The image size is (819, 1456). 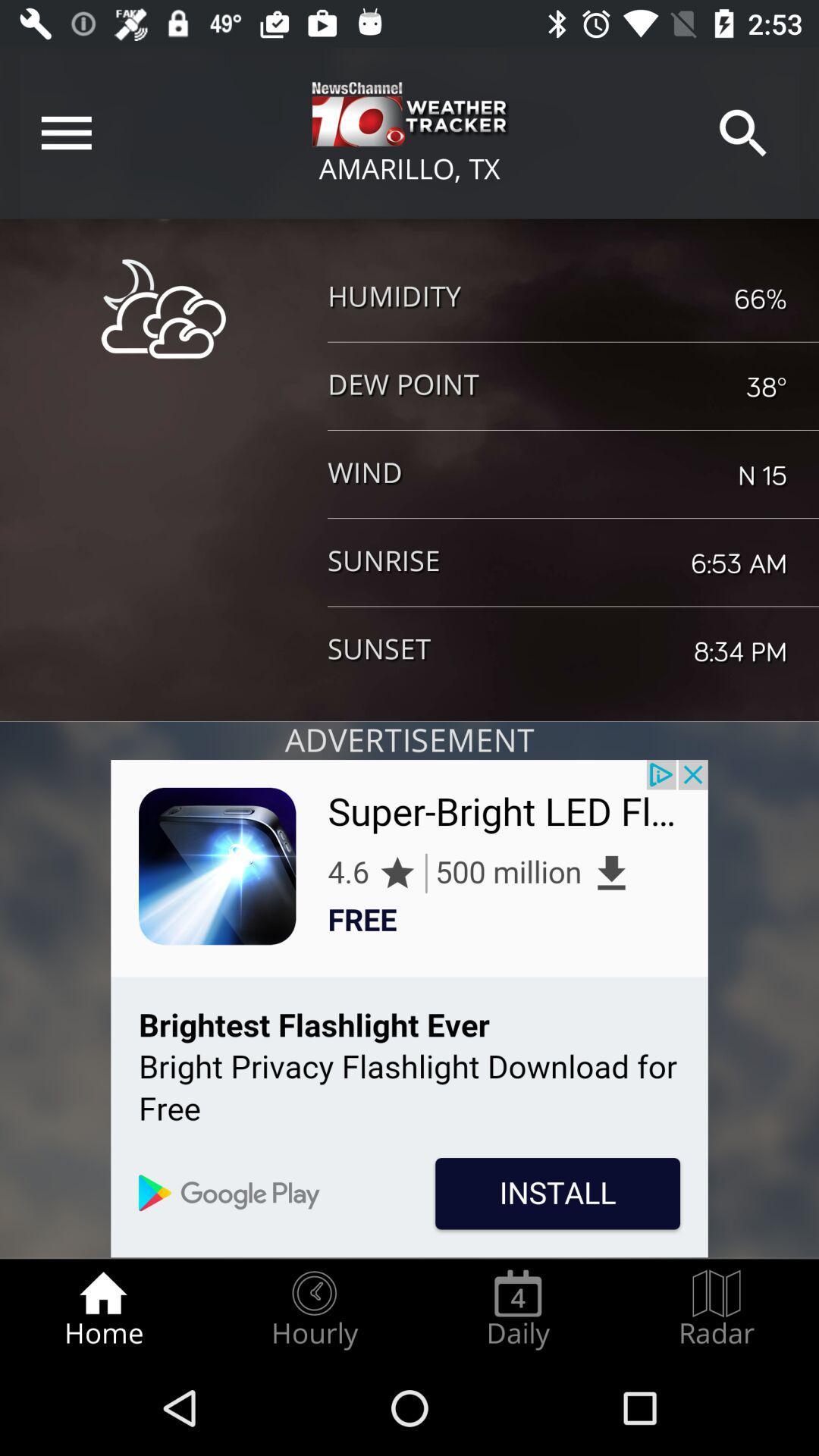 I want to click on radar item, so click(x=717, y=1309).